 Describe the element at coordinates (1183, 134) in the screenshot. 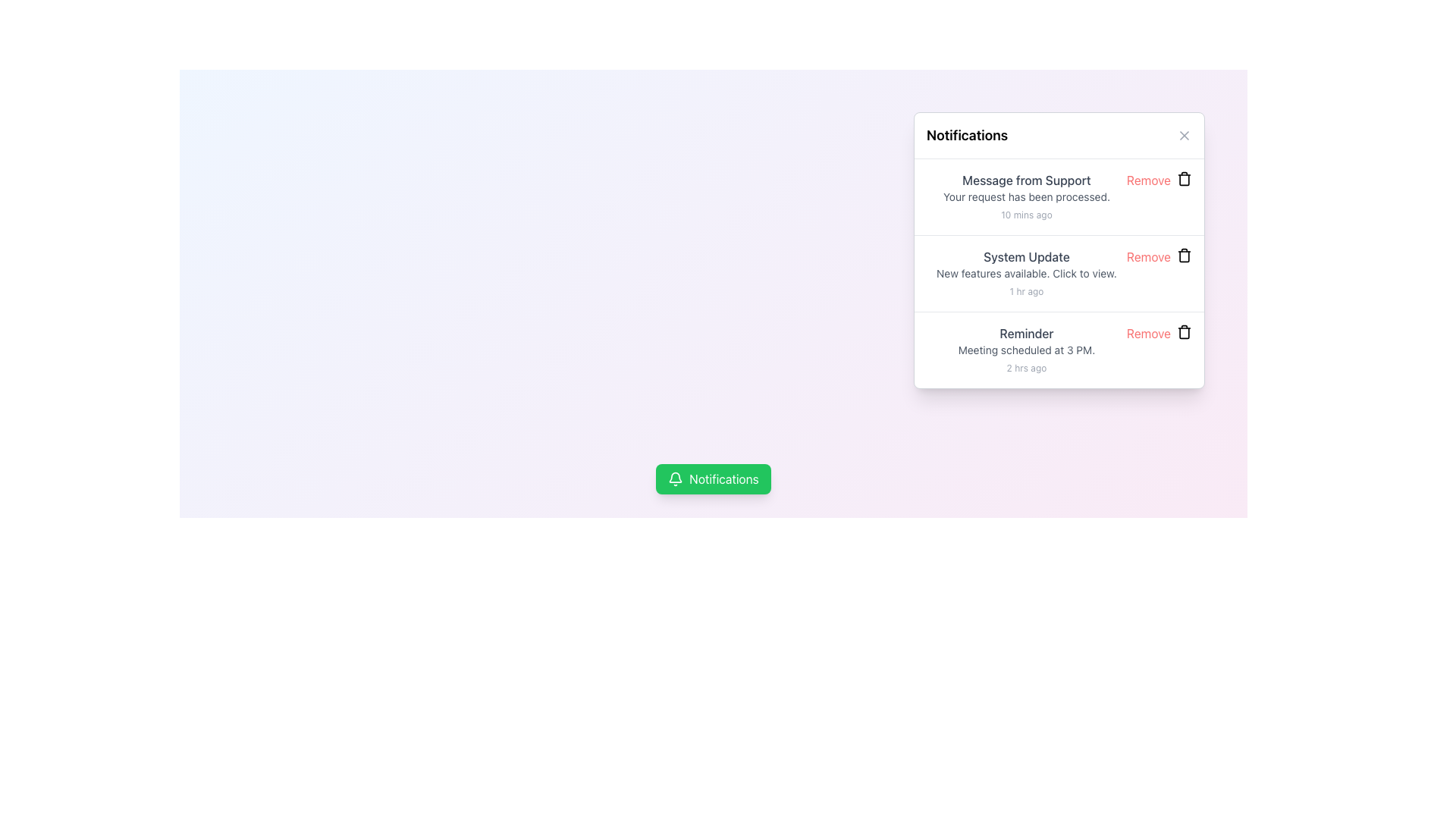

I see `the small gray 'X' icon button located at the top-right corner of the 'Notifications' panel` at that location.